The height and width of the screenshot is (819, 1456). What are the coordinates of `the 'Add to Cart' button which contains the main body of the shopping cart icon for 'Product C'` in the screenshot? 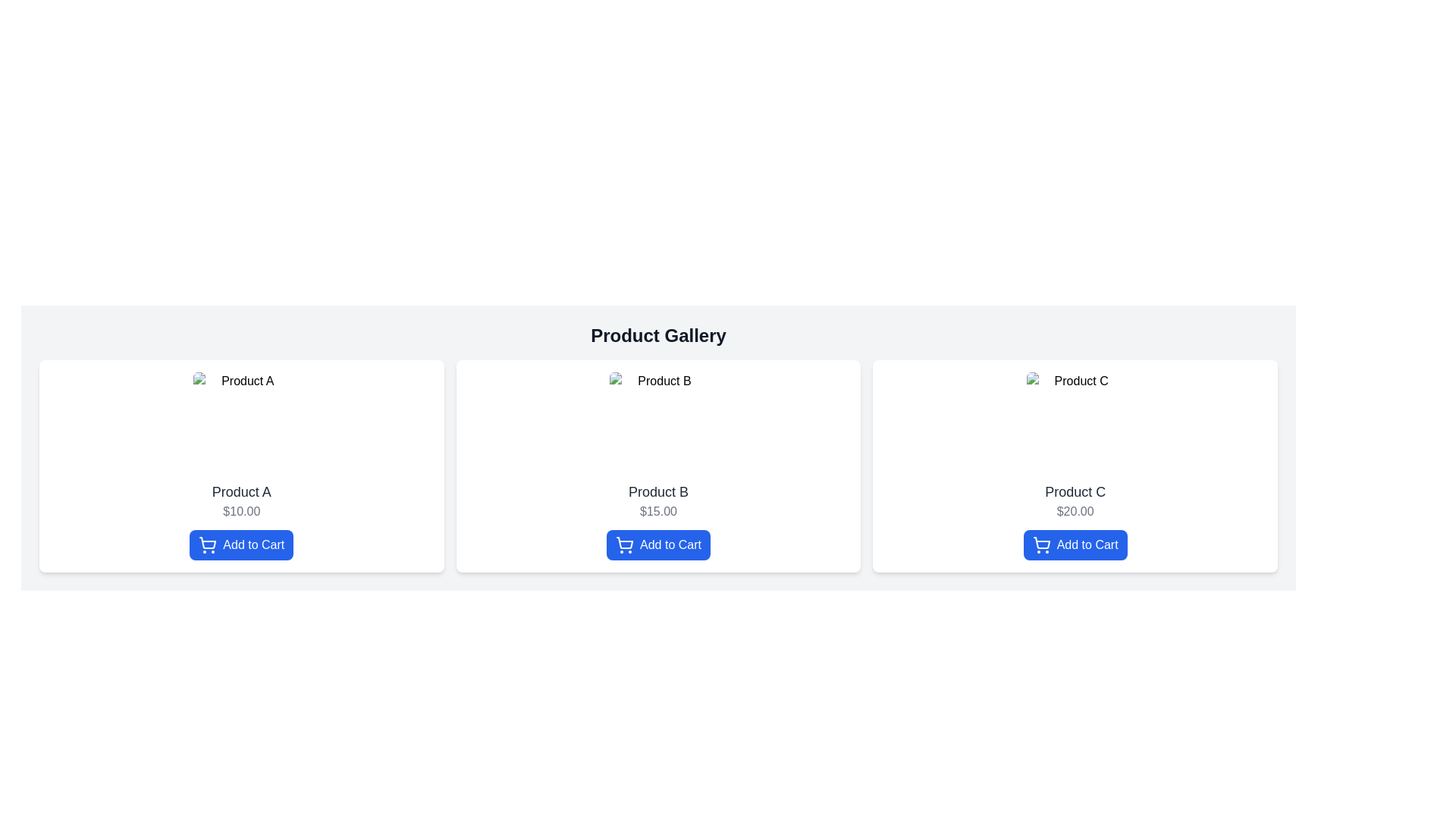 It's located at (1040, 542).